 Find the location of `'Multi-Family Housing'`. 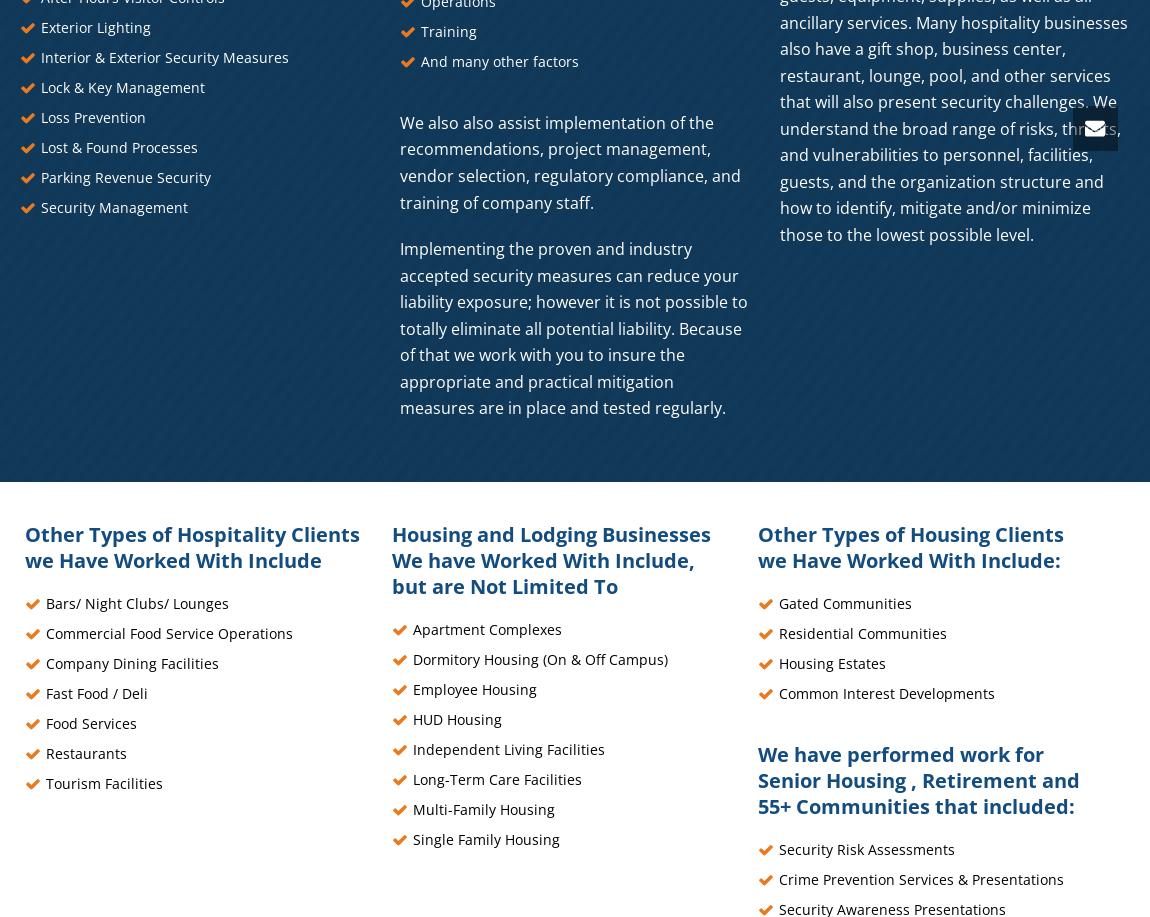

'Multi-Family Housing' is located at coordinates (483, 808).